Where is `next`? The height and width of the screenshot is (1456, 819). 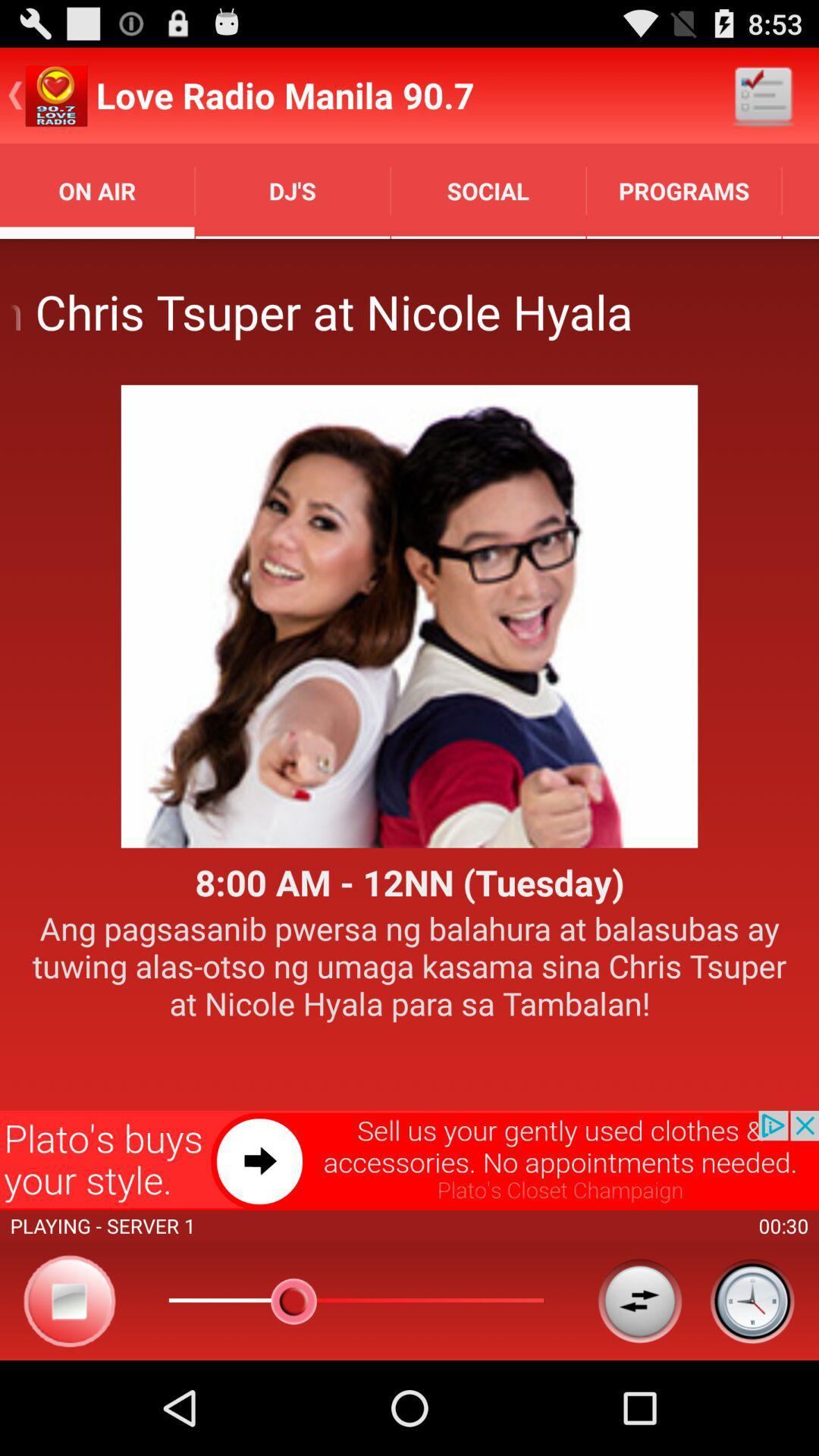 next is located at coordinates (409, 1159).